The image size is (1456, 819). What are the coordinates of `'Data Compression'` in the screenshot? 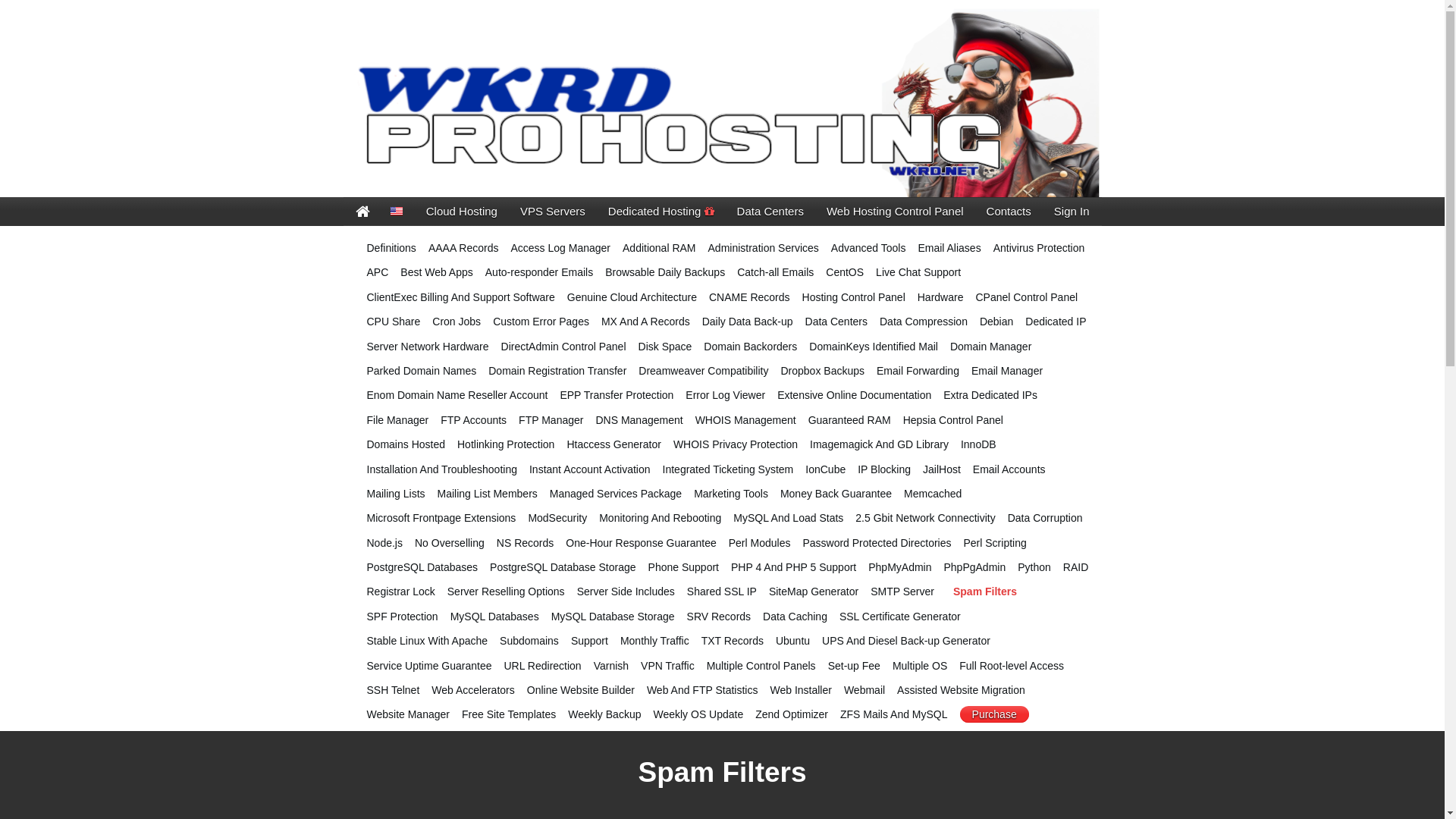 It's located at (923, 321).